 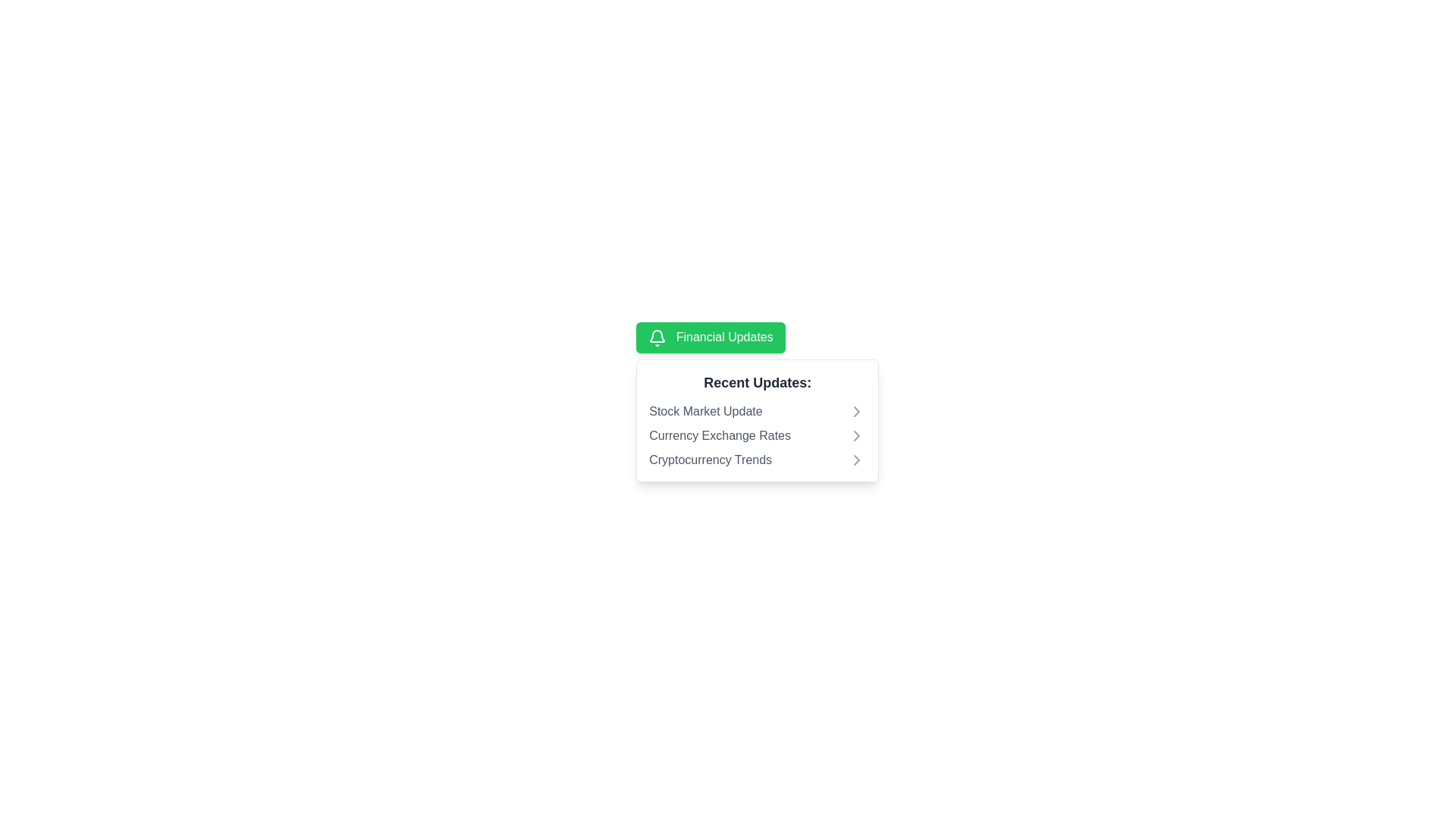 I want to click on the gray right-pointing chevron icon adjacent to the text 'Cryptocurrency Trends' in the dropdown list under 'Recent Updates', so click(x=857, y=459).